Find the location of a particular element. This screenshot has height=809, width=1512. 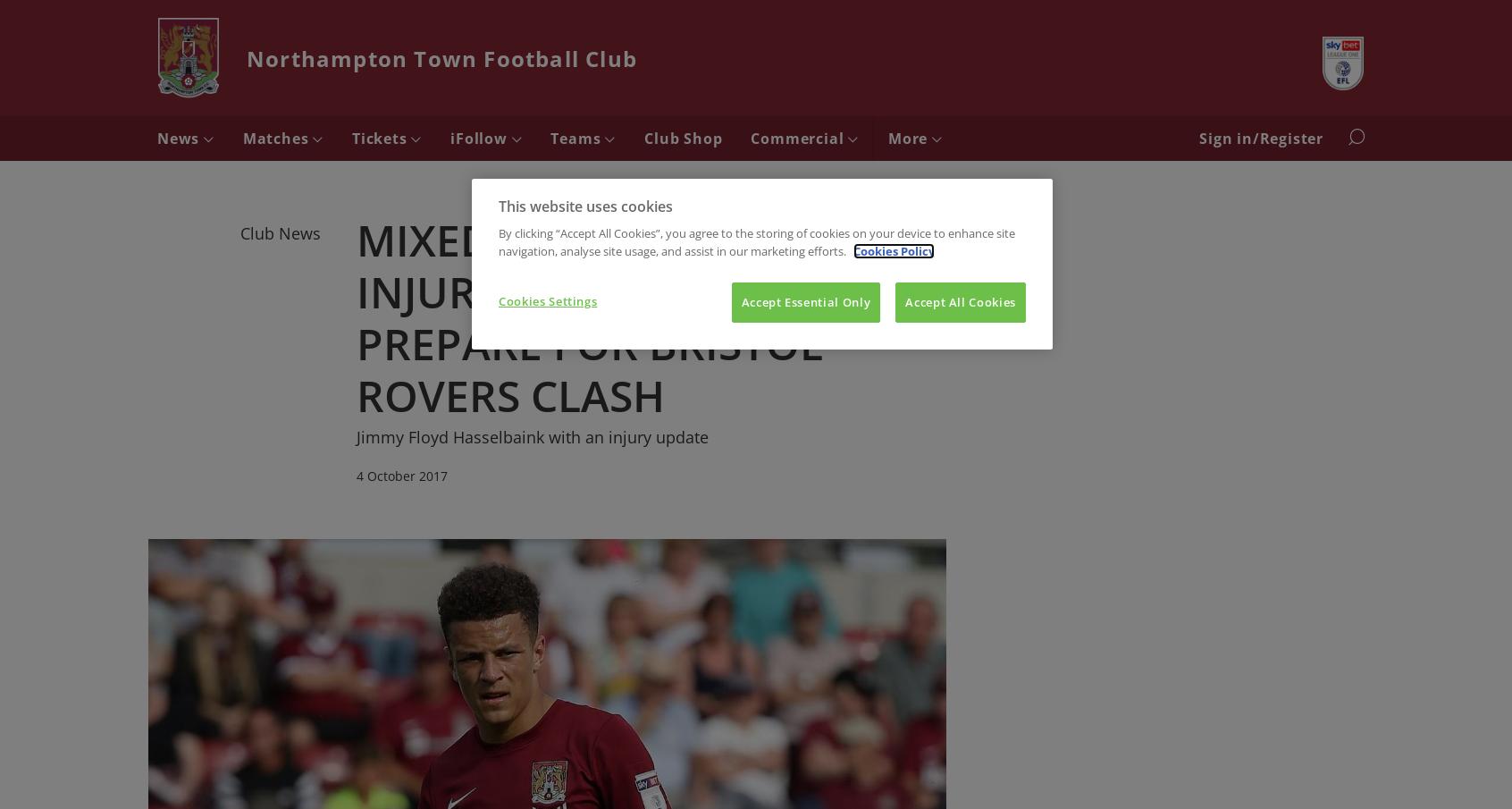

'Tickets' is located at coordinates (352, 139).